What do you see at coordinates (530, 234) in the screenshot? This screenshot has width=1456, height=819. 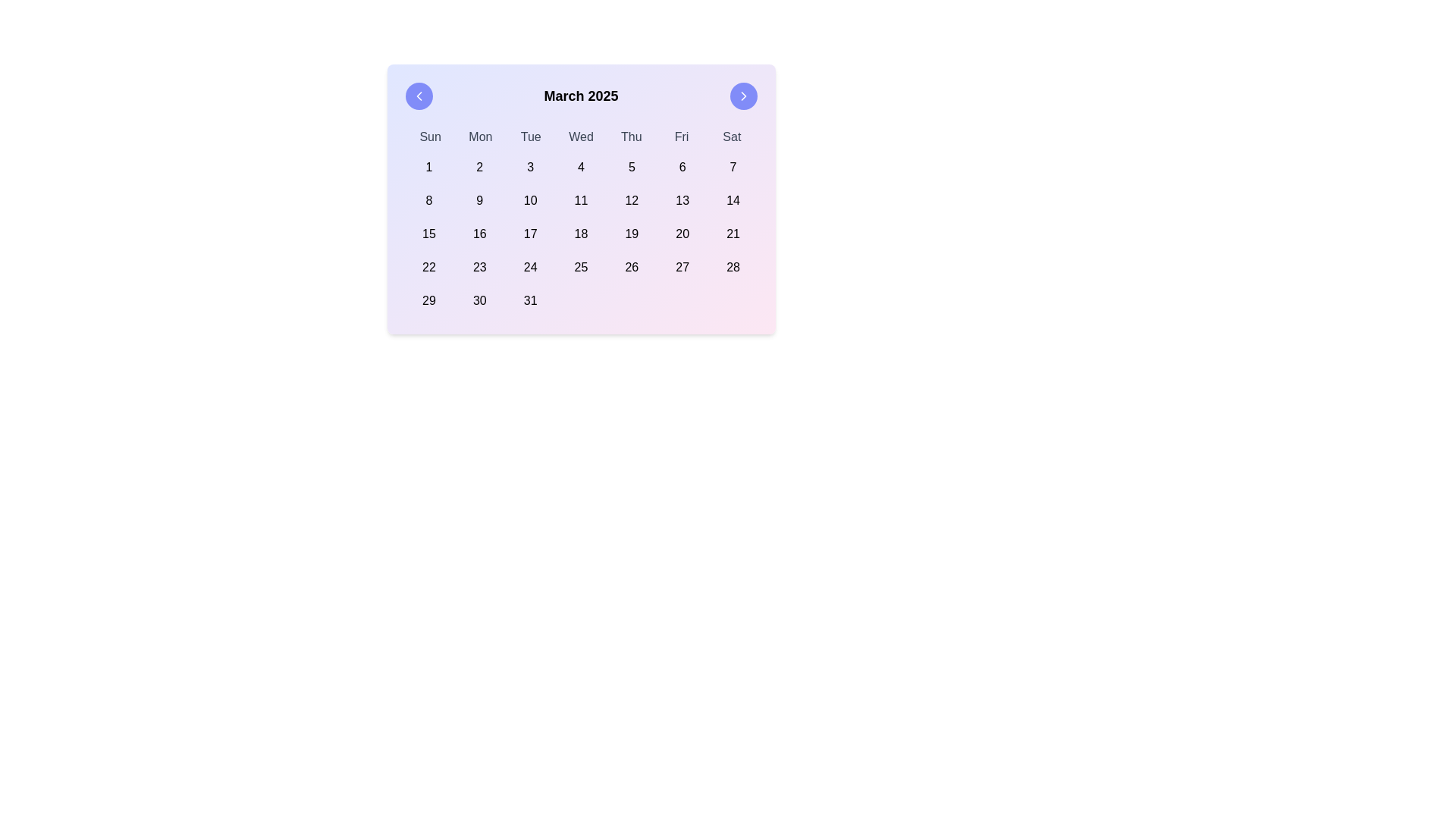 I see `the selectable day '17' button in the calendar interface` at bounding box center [530, 234].